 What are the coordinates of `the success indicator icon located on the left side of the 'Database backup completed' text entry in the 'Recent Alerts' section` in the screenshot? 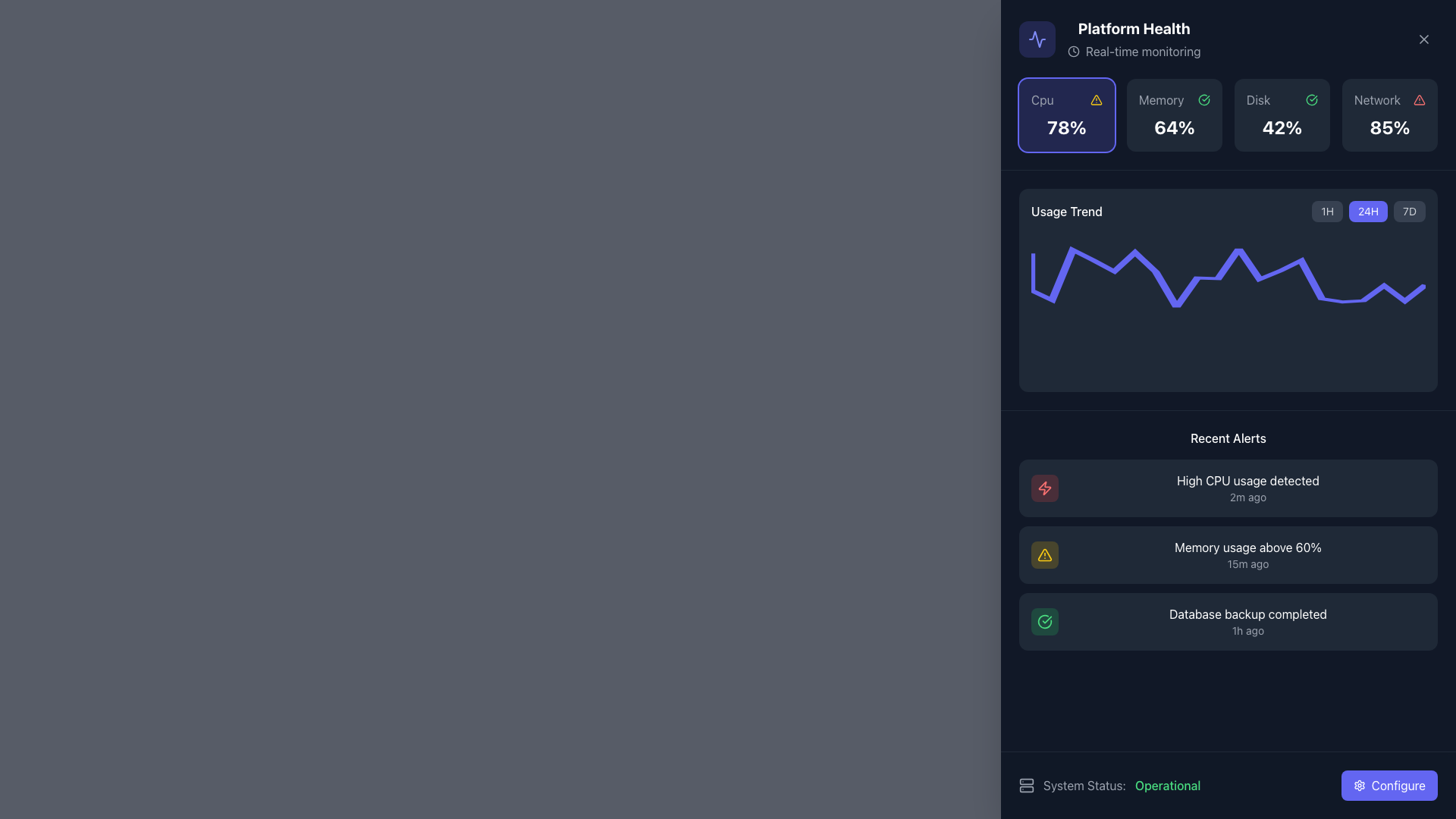 It's located at (1043, 622).